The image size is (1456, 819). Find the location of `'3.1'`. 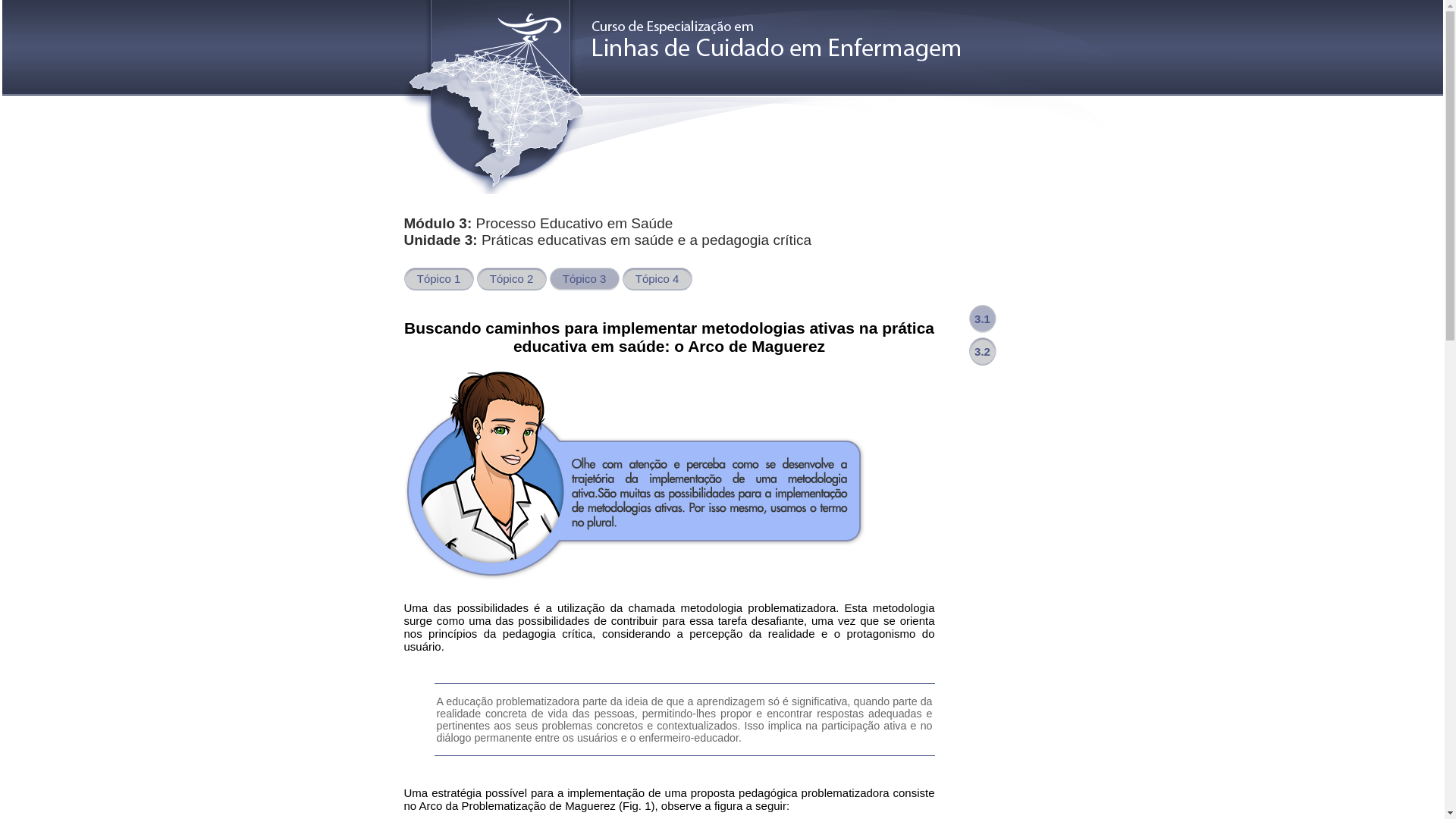

'3.1' is located at coordinates (983, 318).